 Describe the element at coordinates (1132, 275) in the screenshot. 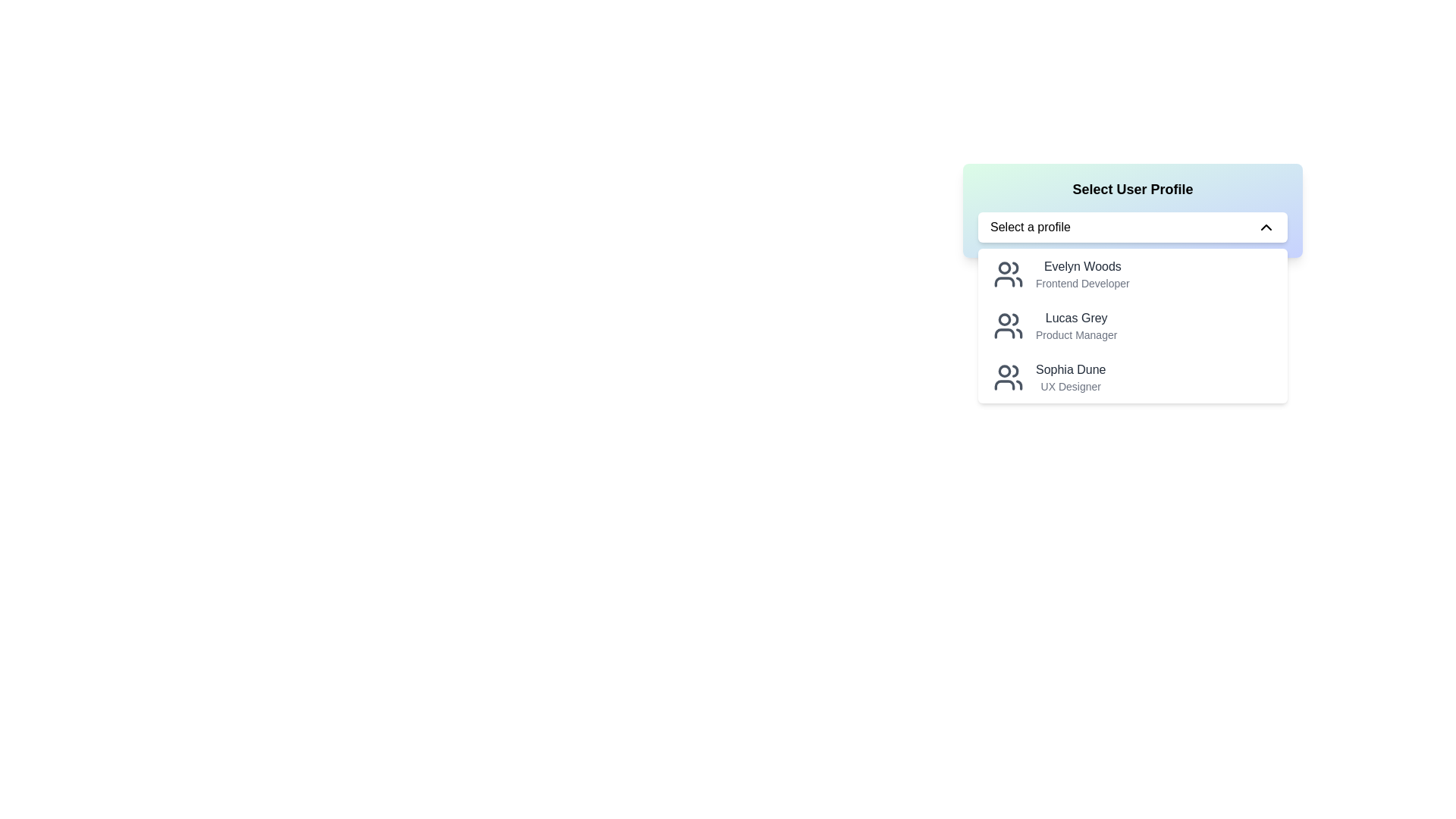

I see `the first user profile list item representing 'Evelyn Woods'` at that location.